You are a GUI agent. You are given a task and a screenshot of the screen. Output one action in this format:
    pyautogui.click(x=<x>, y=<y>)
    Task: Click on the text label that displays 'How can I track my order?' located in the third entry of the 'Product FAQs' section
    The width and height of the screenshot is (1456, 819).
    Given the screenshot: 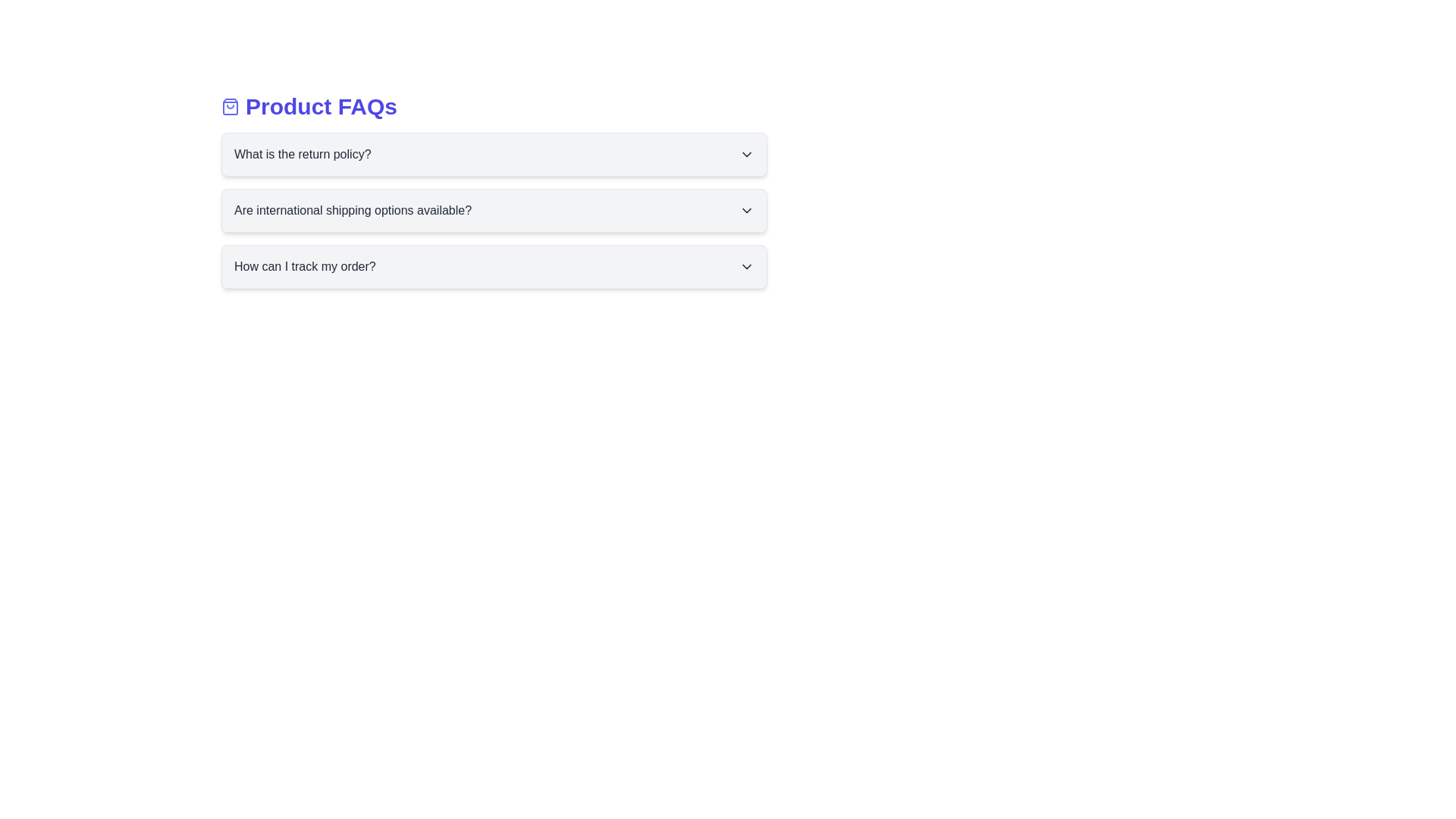 What is the action you would take?
    pyautogui.click(x=304, y=265)
    